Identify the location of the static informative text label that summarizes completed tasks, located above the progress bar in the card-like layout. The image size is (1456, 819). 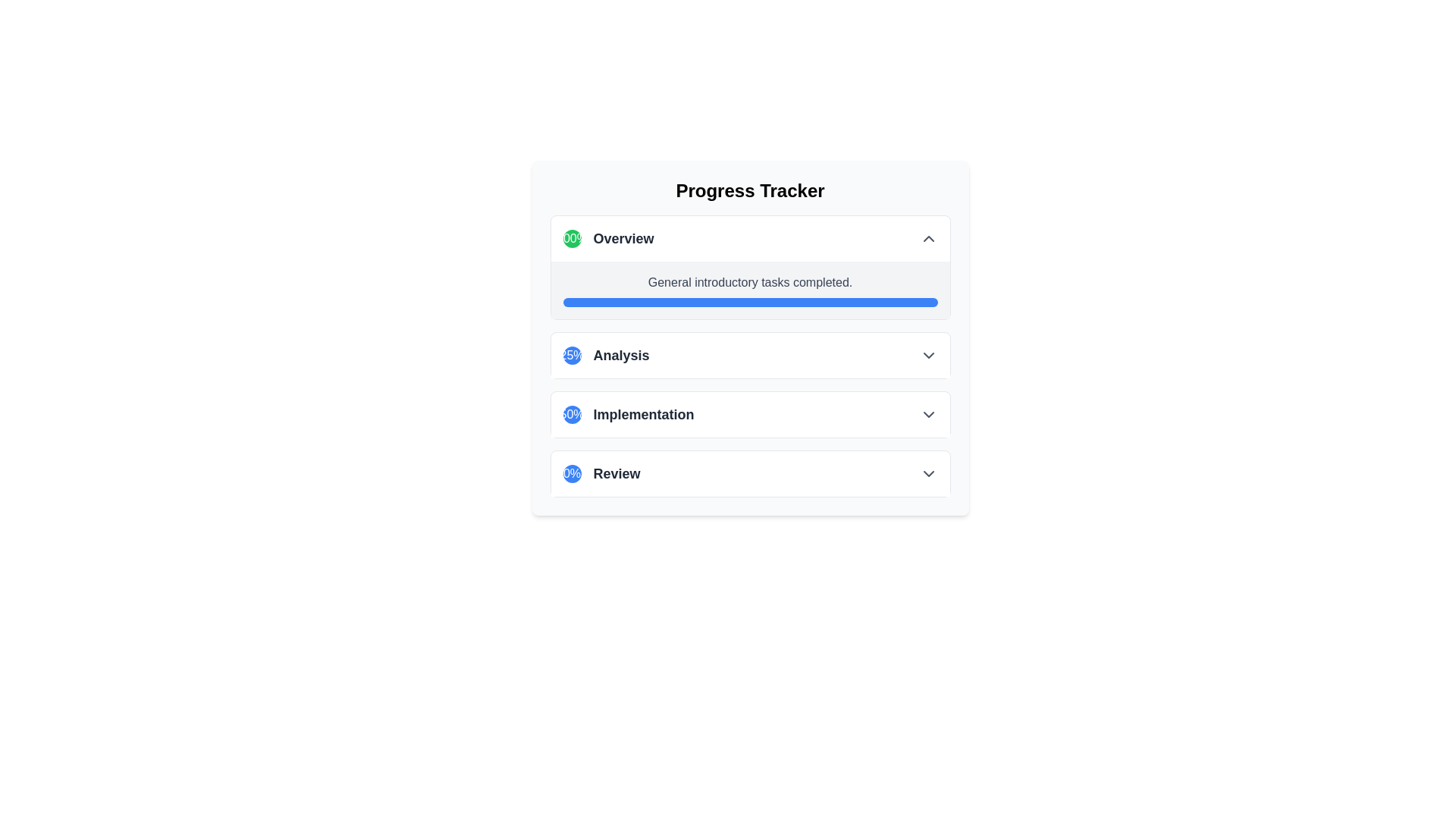
(750, 283).